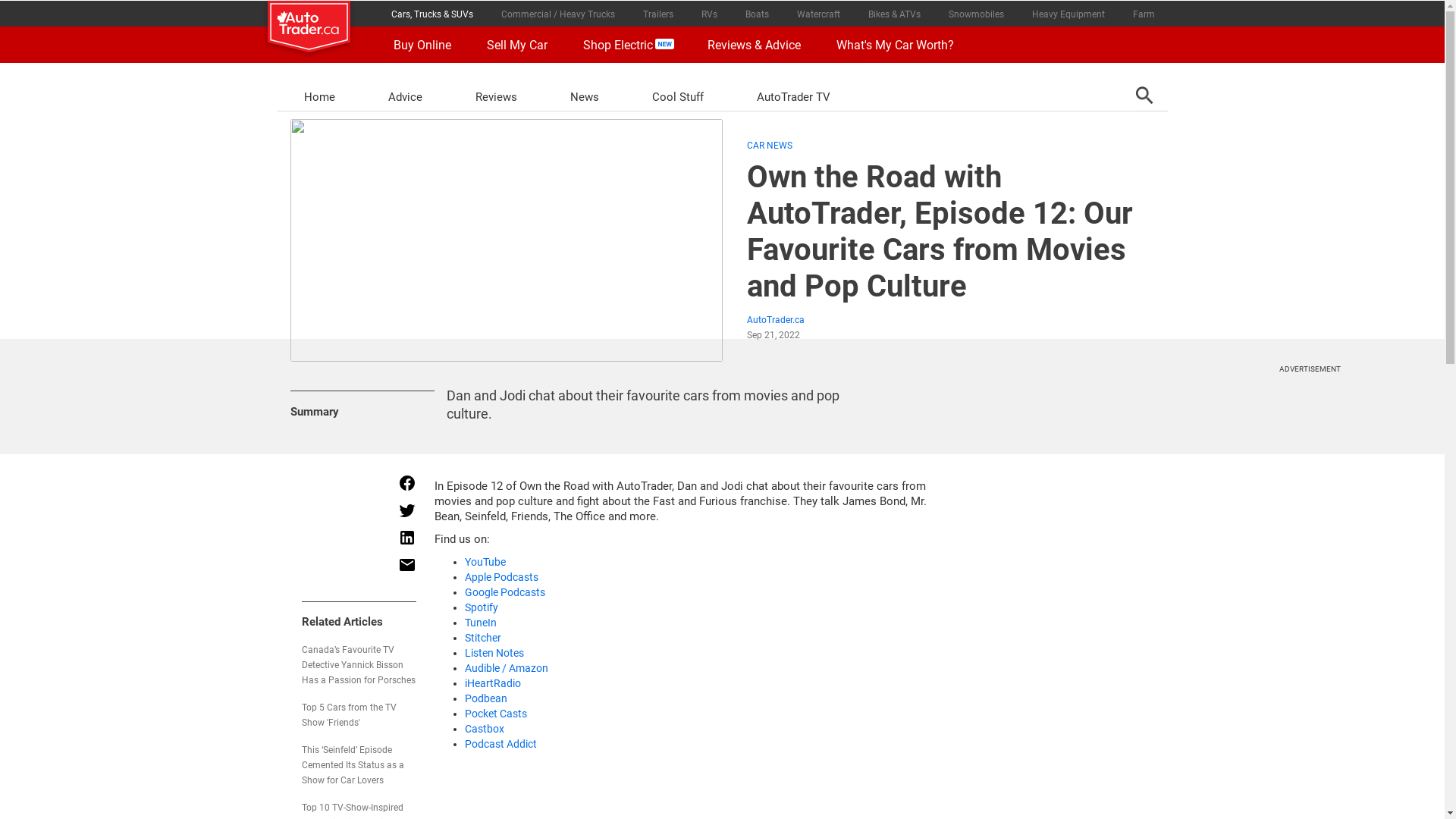  What do you see at coordinates (512, 42) in the screenshot?
I see `'Sell My Car'` at bounding box center [512, 42].